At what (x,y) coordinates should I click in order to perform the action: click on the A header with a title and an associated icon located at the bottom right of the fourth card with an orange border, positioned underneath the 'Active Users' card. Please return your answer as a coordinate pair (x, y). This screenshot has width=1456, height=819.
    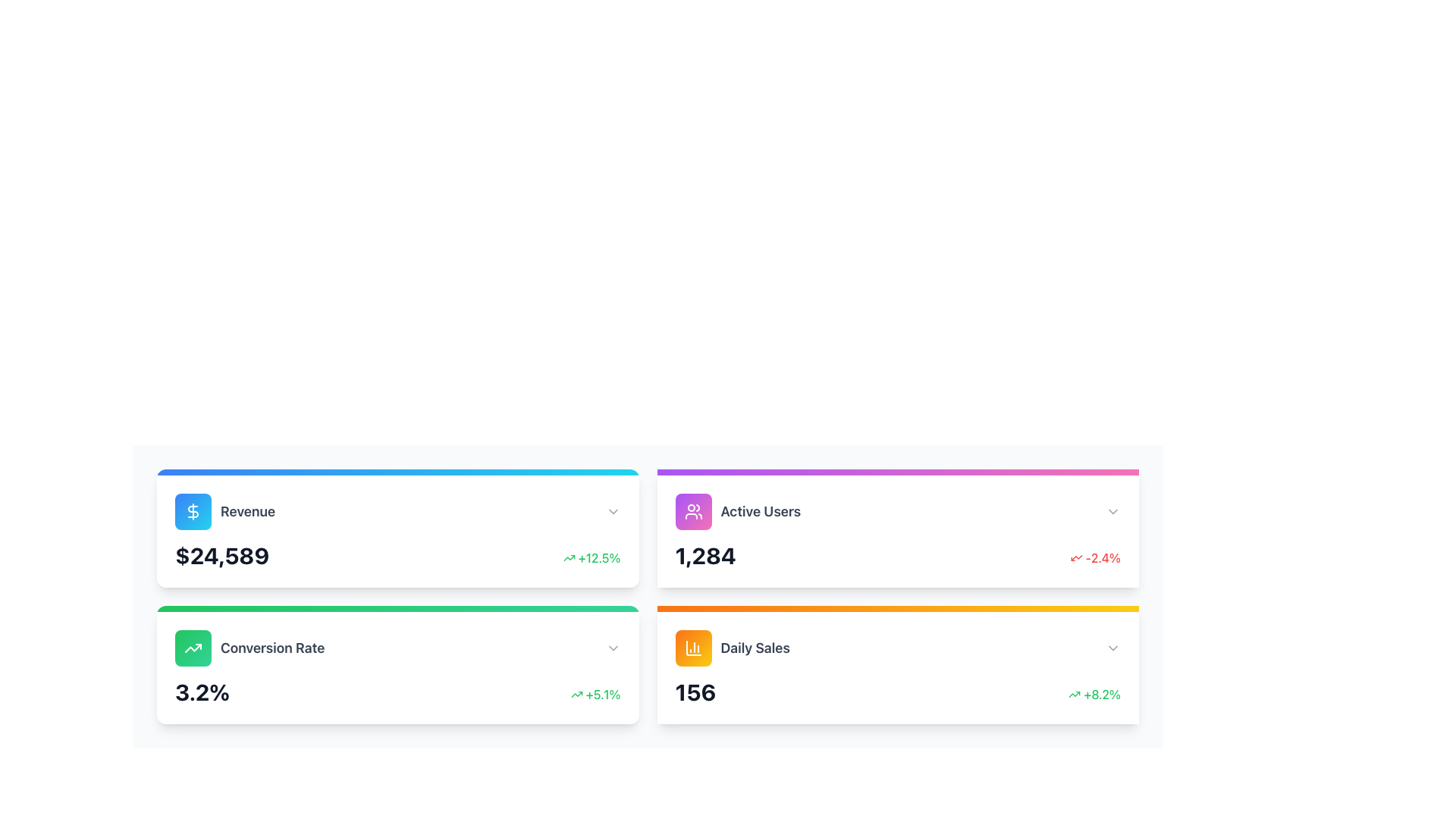
    Looking at the image, I should click on (733, 648).